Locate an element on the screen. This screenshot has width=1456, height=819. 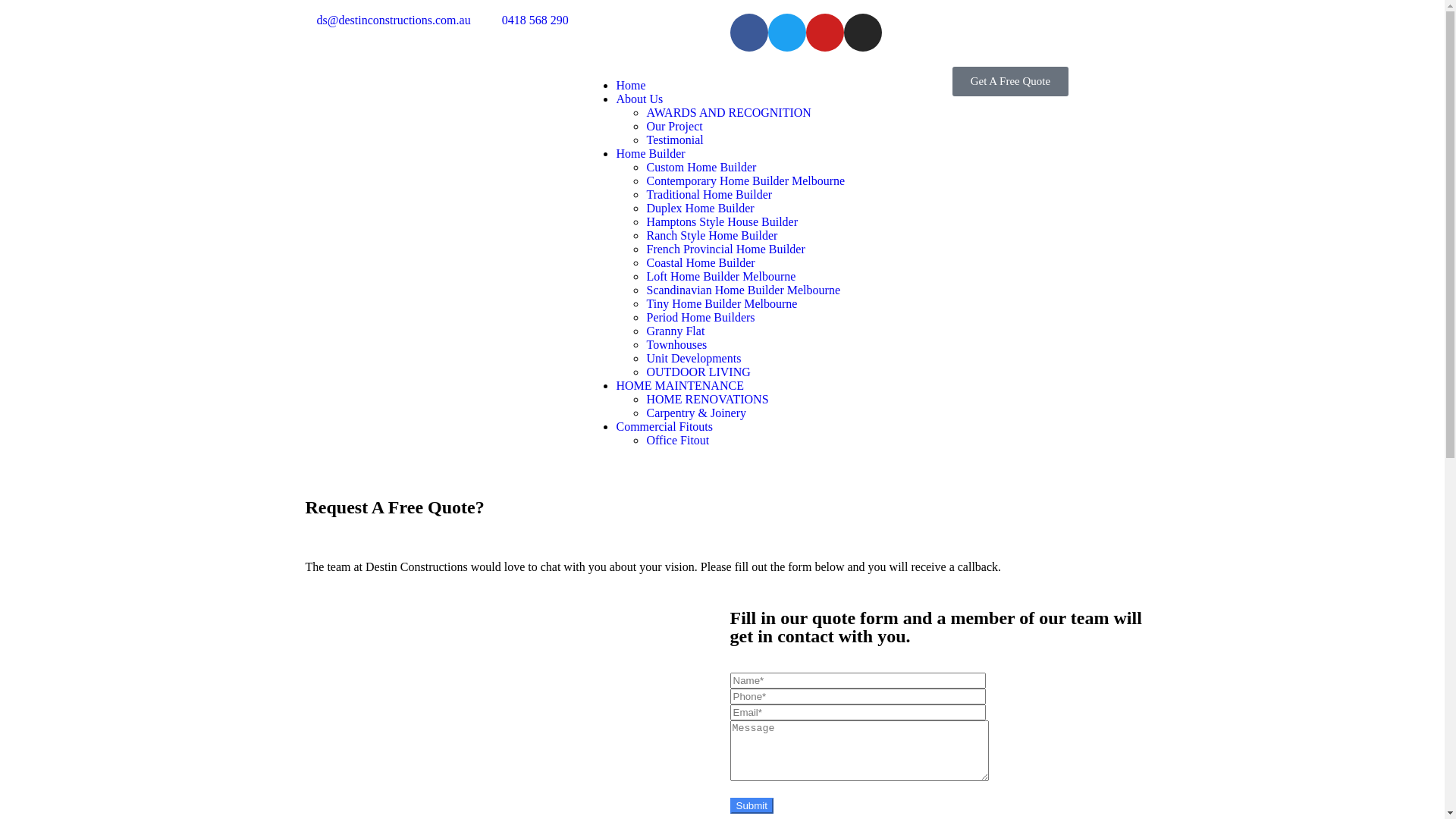
'Carpentry & Joinery' is located at coordinates (695, 413).